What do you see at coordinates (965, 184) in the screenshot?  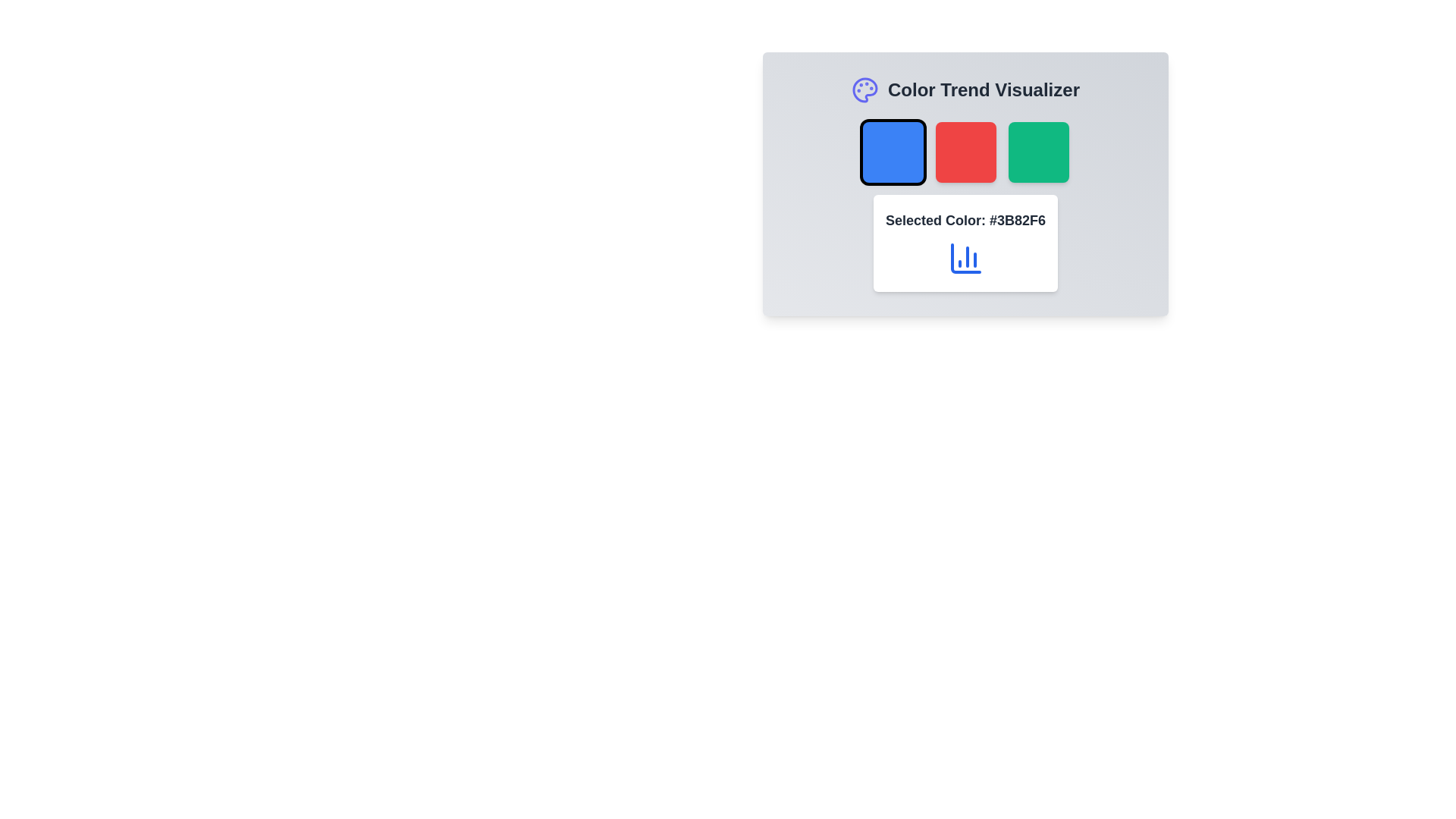 I see `the panel element with a gradient background and rounded edges, displaying 'Color Trend Visualizer' text at the top-center` at bounding box center [965, 184].